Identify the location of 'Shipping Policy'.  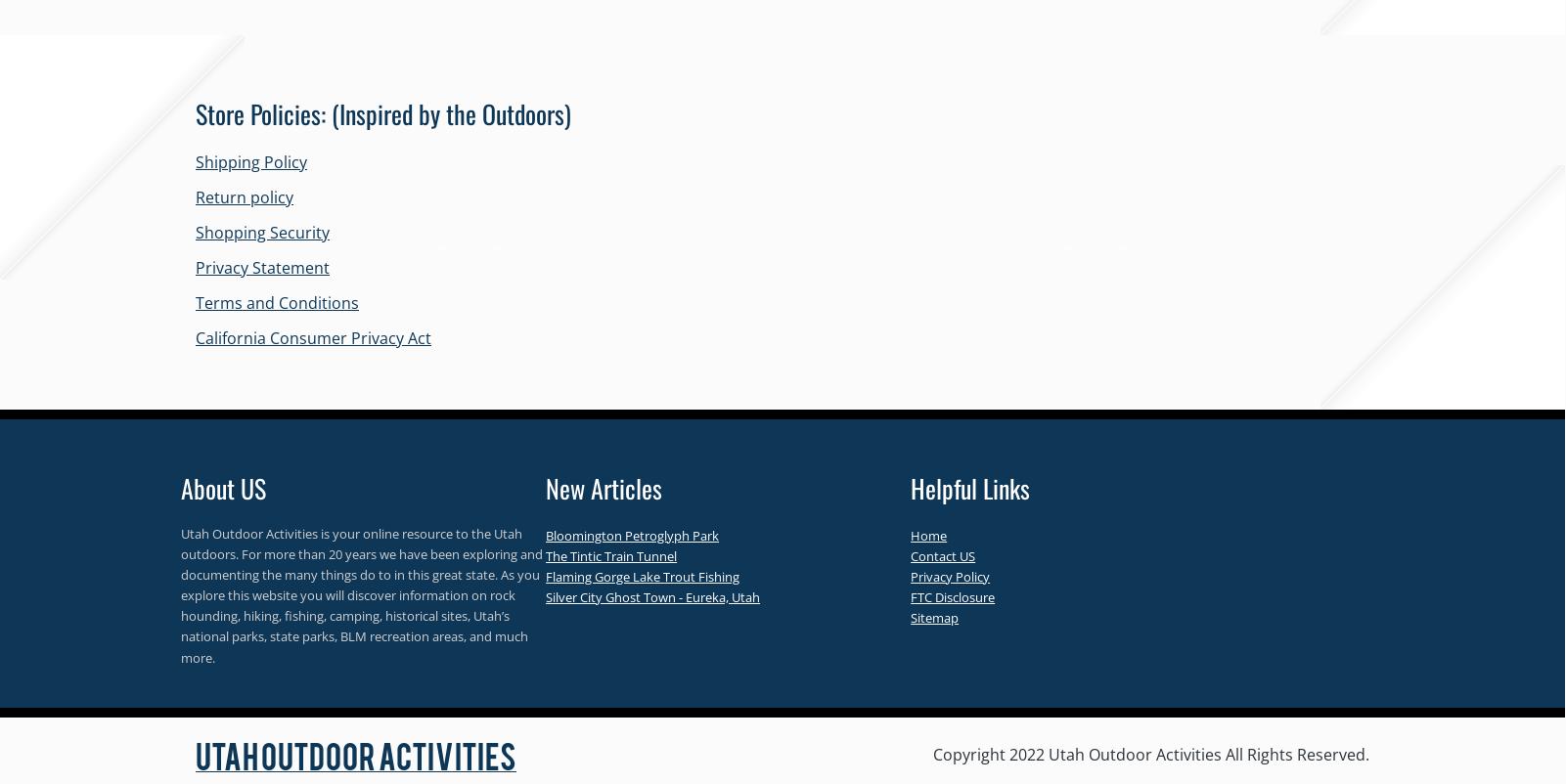
(250, 160).